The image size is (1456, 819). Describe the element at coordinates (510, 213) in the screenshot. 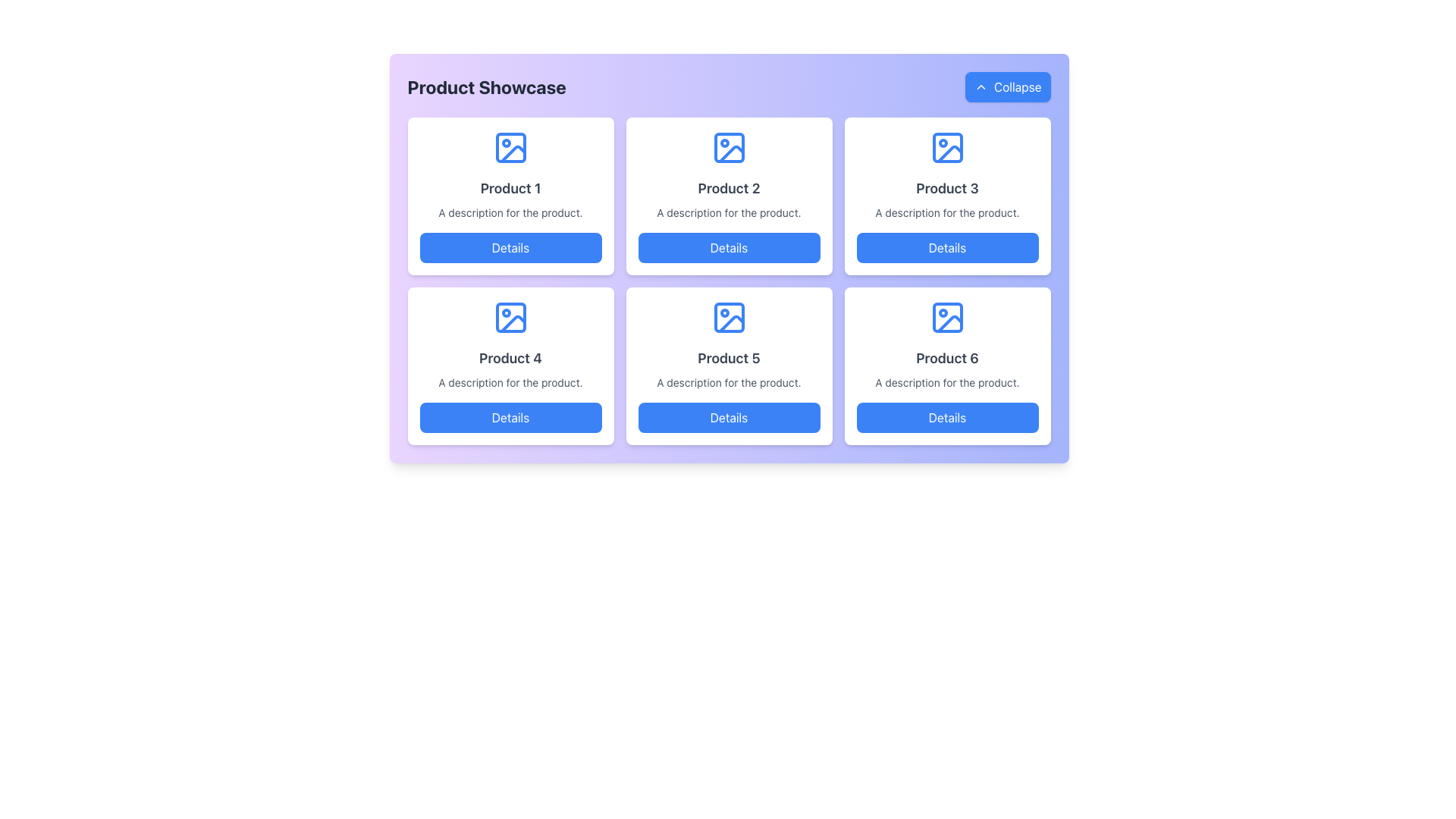

I see `the text label that reads 'A description for the product.' which is styled in gray font and positioned below 'Product 1' and above the 'Details' button` at that location.